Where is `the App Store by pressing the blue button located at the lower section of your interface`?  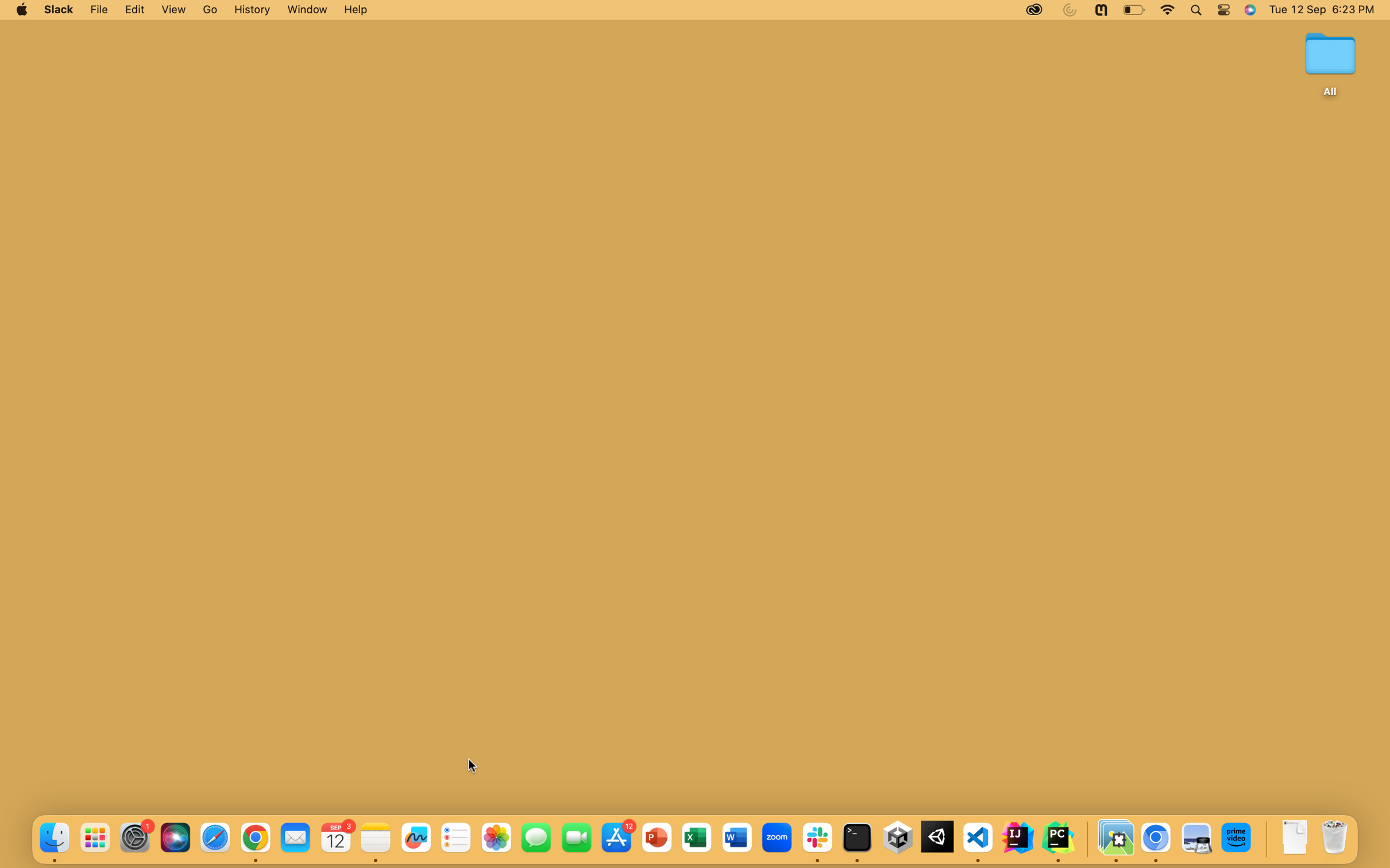 the App Store by pressing the blue button located at the lower section of your interface is located at coordinates (616, 838).